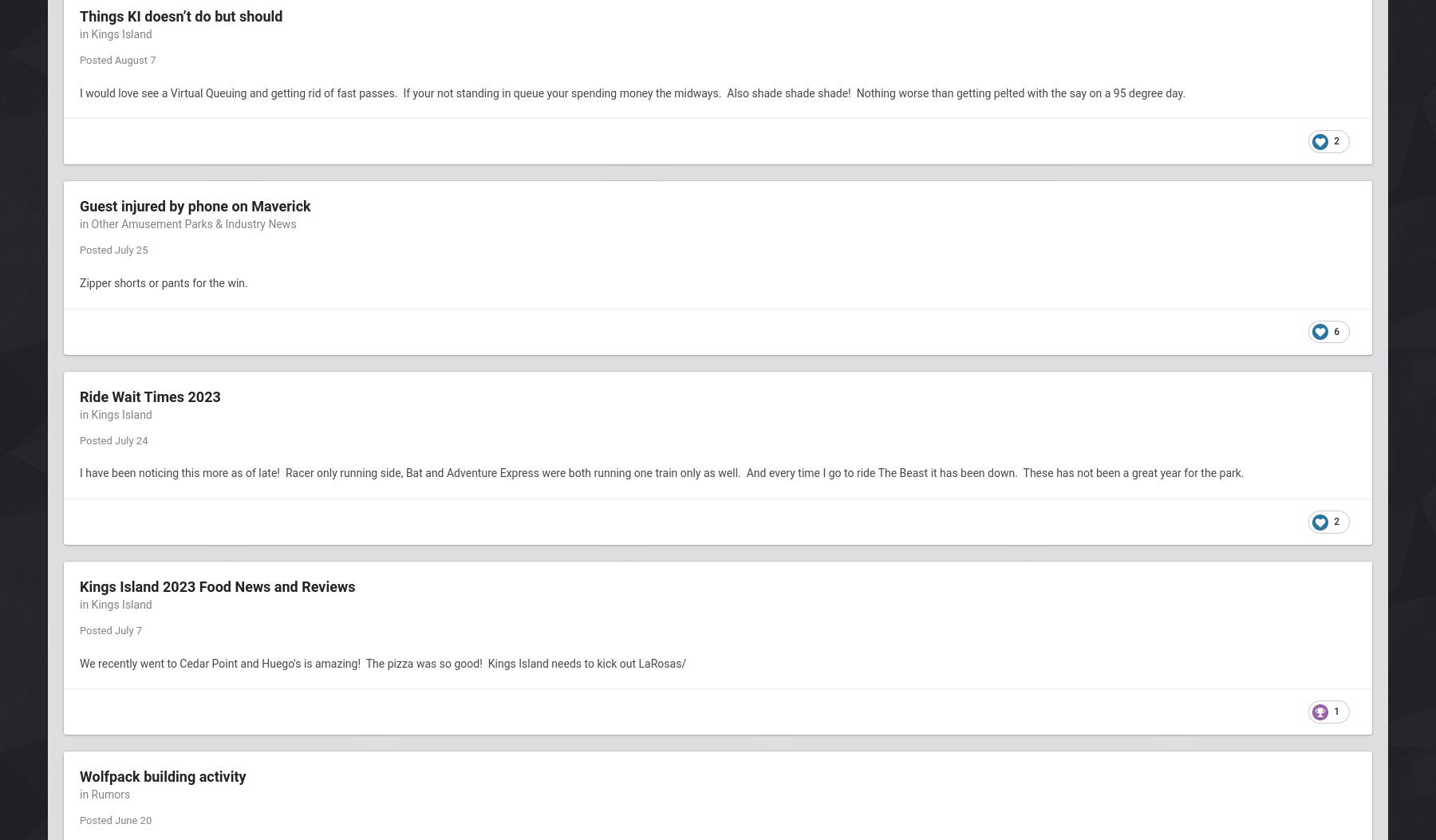  Describe the element at coordinates (1333, 330) in the screenshot. I see `'6'` at that location.